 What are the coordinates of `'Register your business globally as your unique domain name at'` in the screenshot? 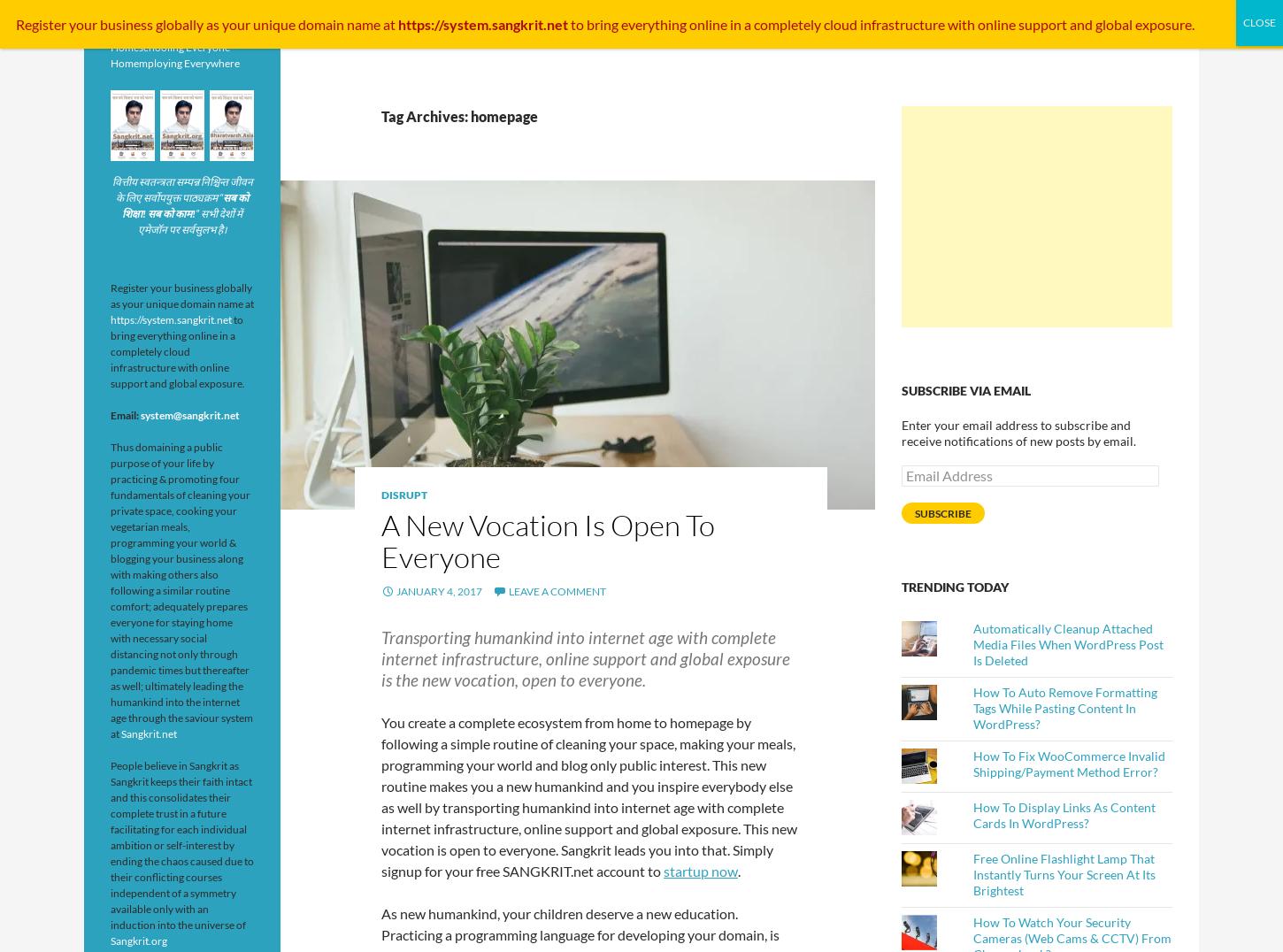 It's located at (181, 296).